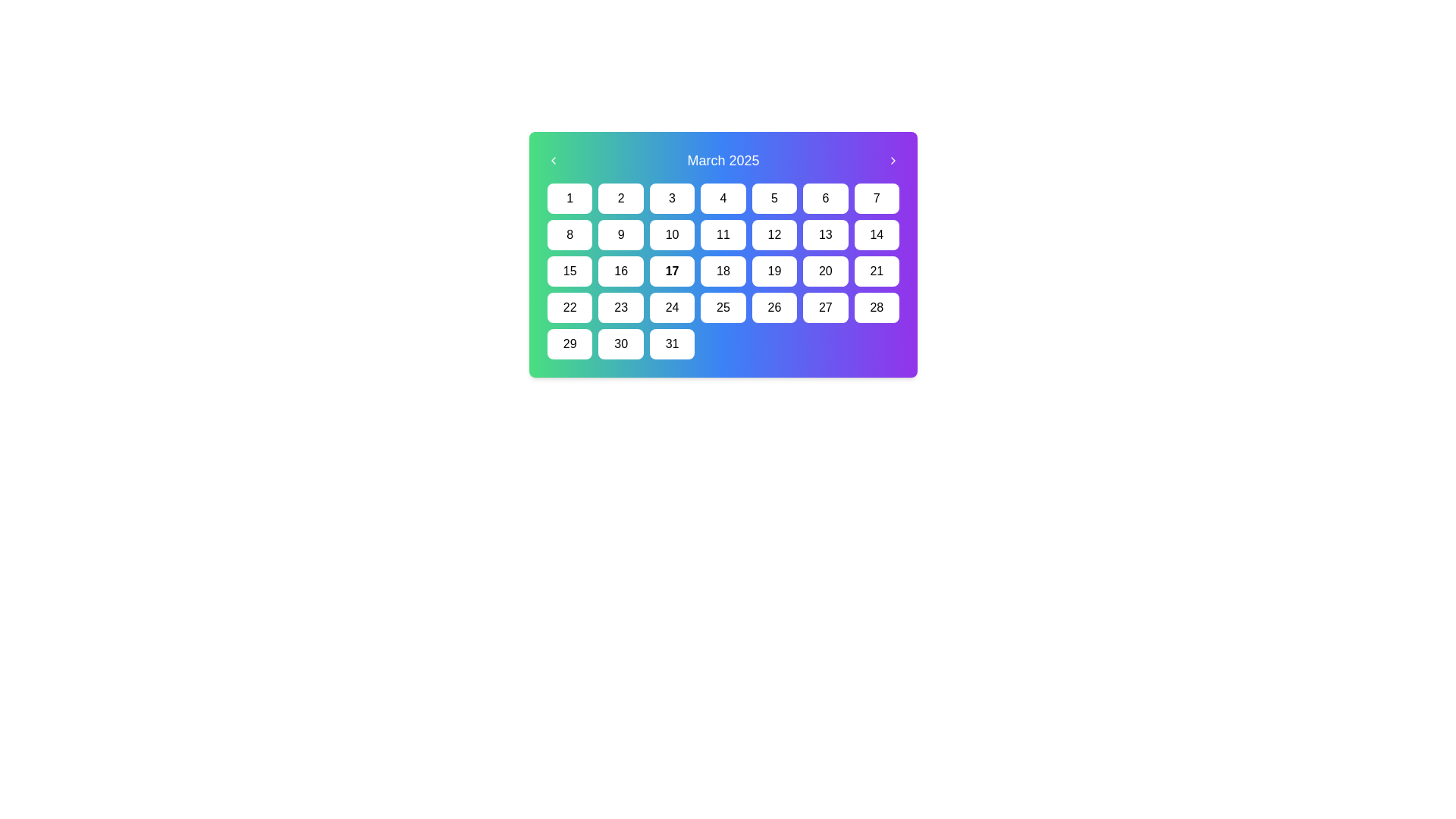  What do you see at coordinates (723, 234) in the screenshot?
I see `the button representing the 11th day of March 2025 in the calendar to change its background color` at bounding box center [723, 234].